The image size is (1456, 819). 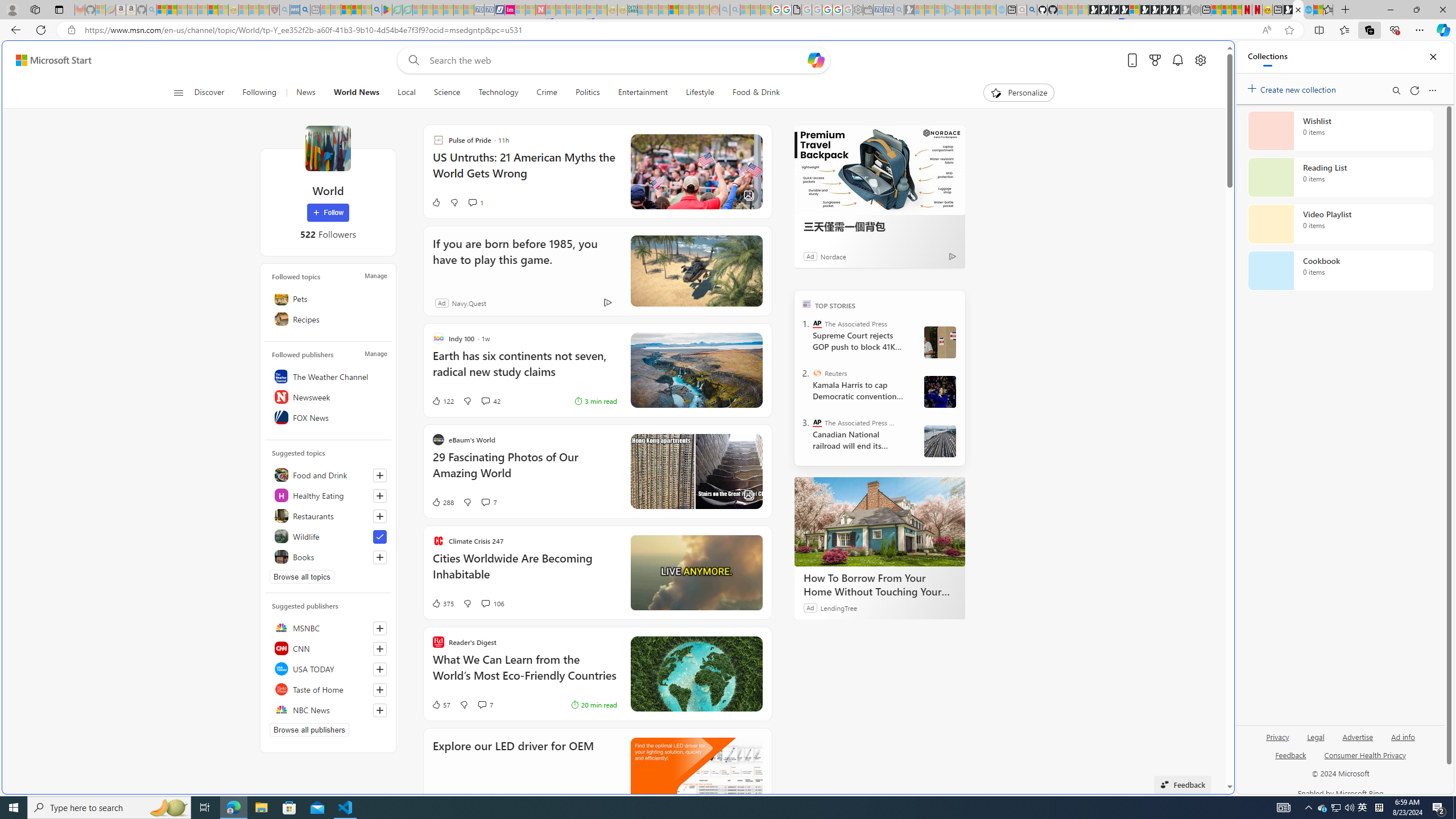 I want to click on 'Food and Drink', so click(x=327, y=474).